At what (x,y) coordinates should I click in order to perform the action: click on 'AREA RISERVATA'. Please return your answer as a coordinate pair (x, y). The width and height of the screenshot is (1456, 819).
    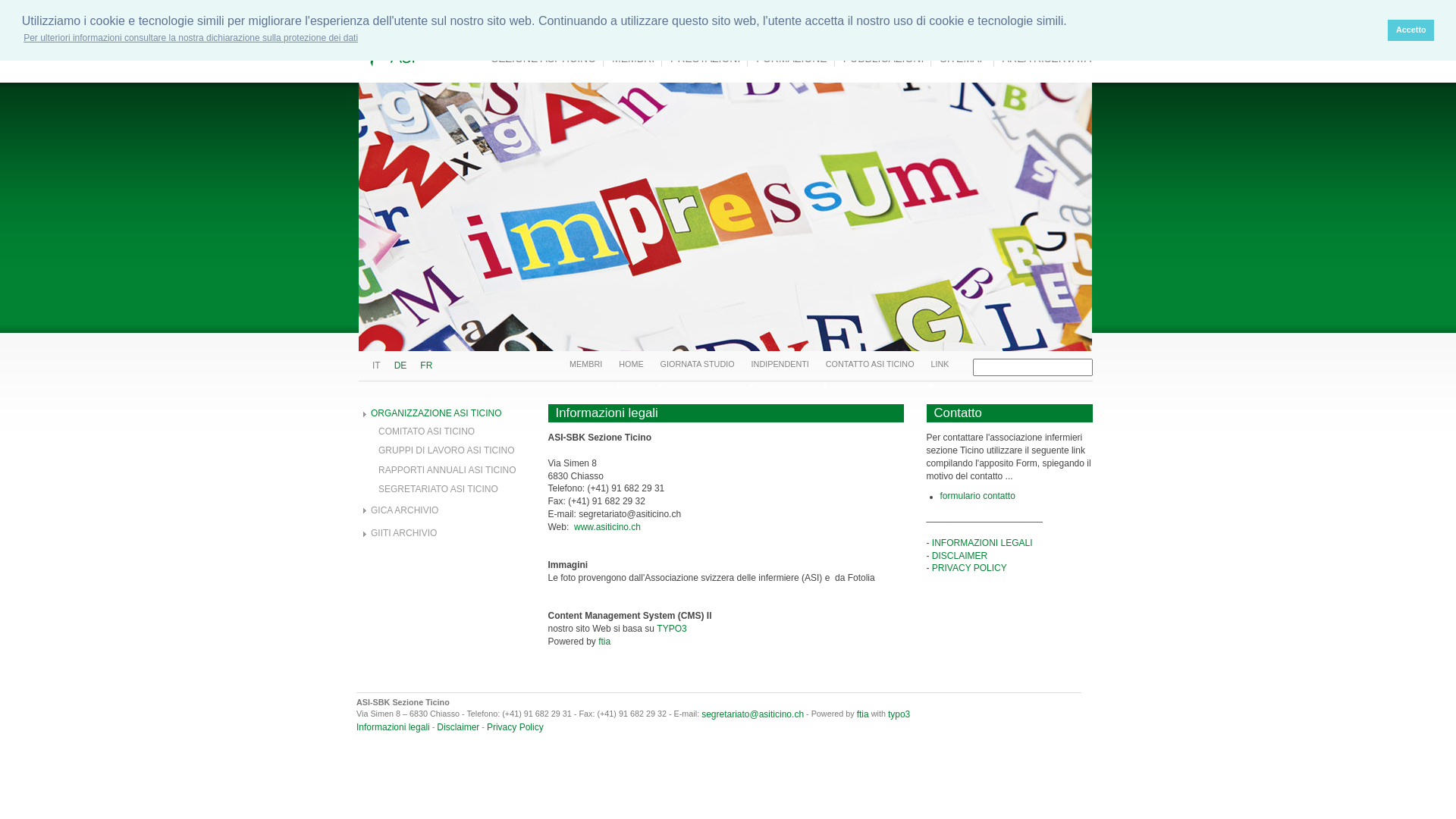
    Looking at the image, I should click on (996, 58).